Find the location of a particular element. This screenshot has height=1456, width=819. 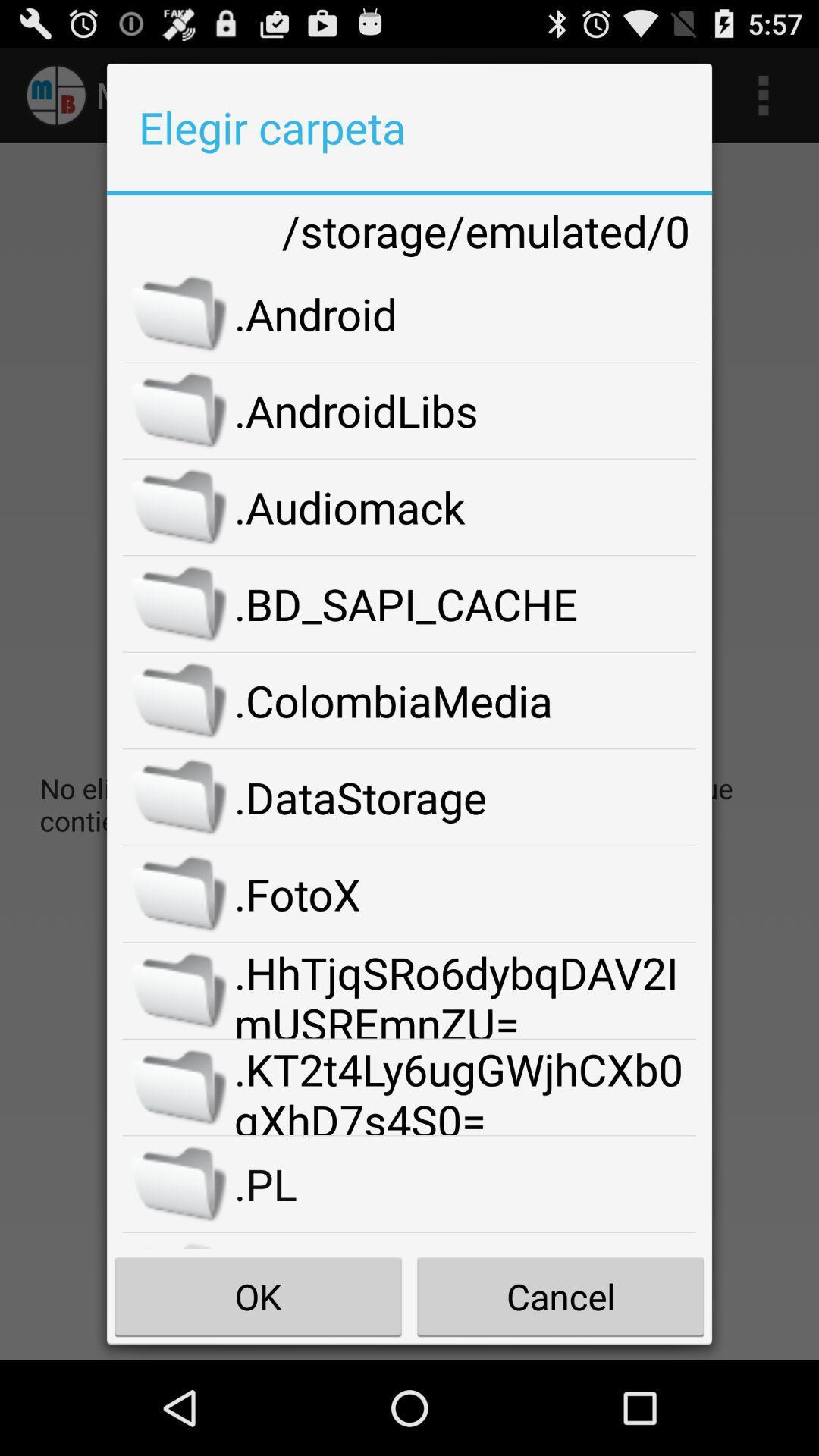

.androidlibs is located at coordinates (464, 410).